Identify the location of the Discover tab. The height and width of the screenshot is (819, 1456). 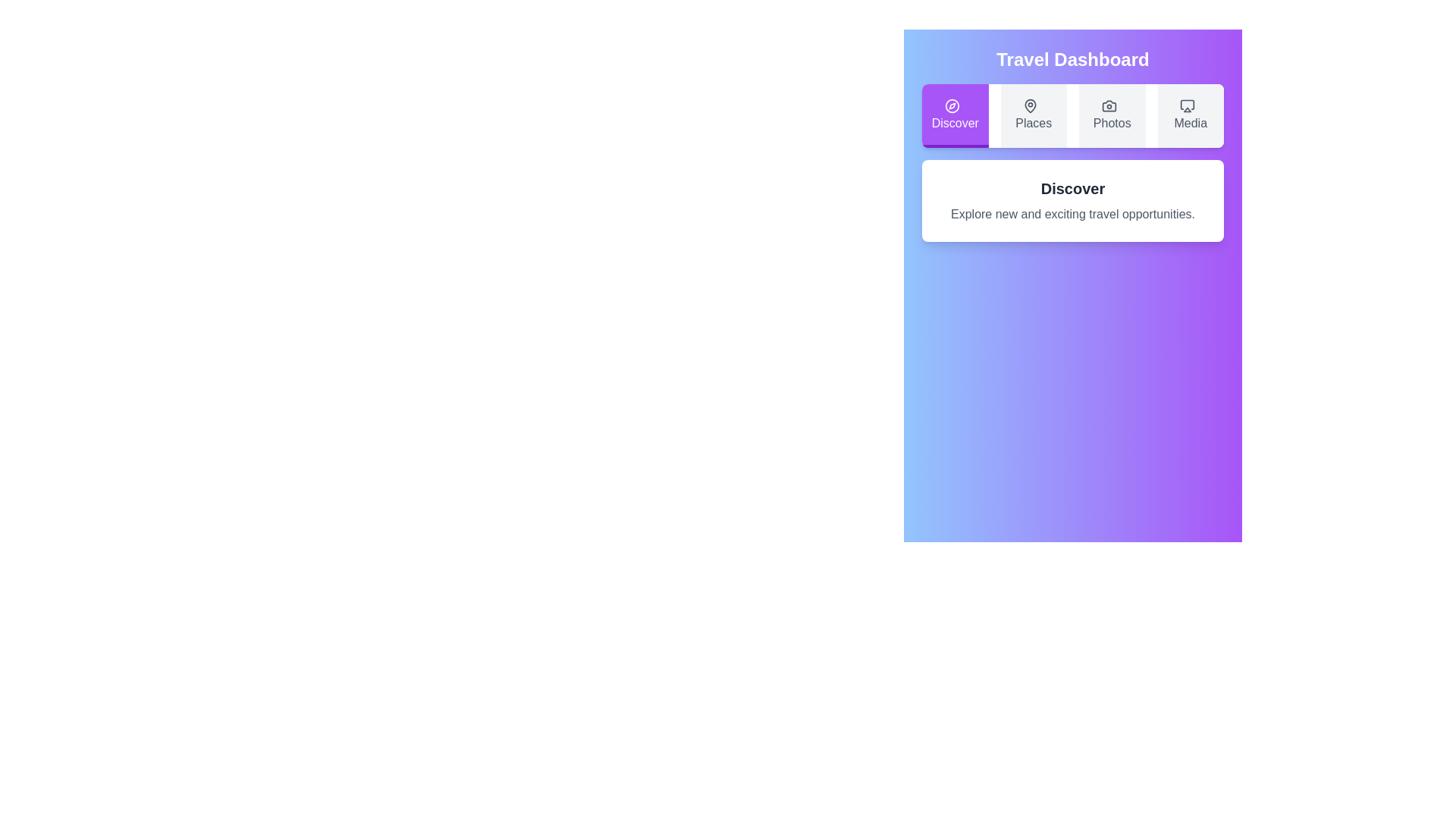
(954, 115).